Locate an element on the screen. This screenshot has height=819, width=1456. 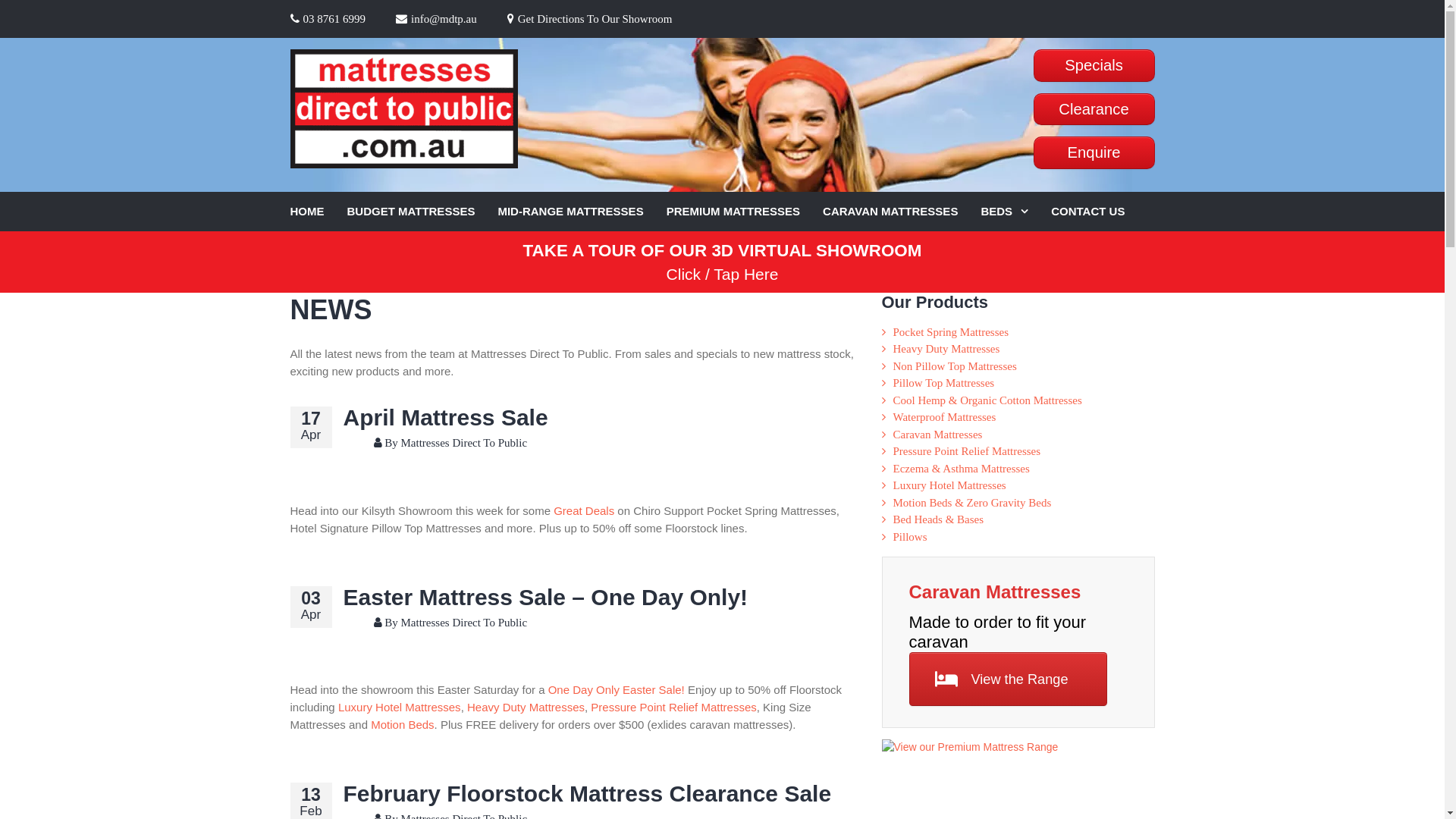
'CONTACT US' is located at coordinates (1099, 212).